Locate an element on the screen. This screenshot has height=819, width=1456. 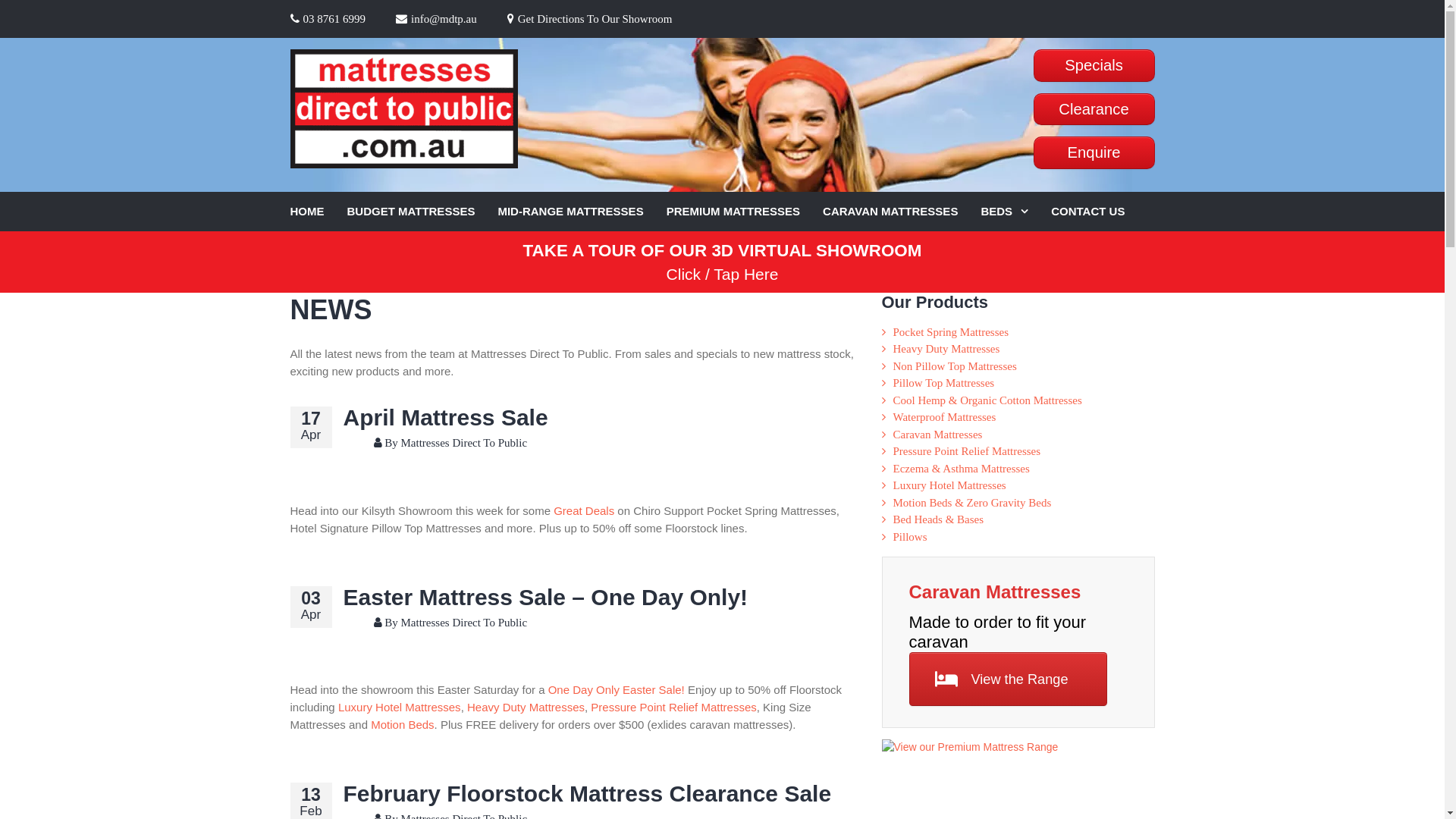
'CONTACT US' is located at coordinates (1099, 212).